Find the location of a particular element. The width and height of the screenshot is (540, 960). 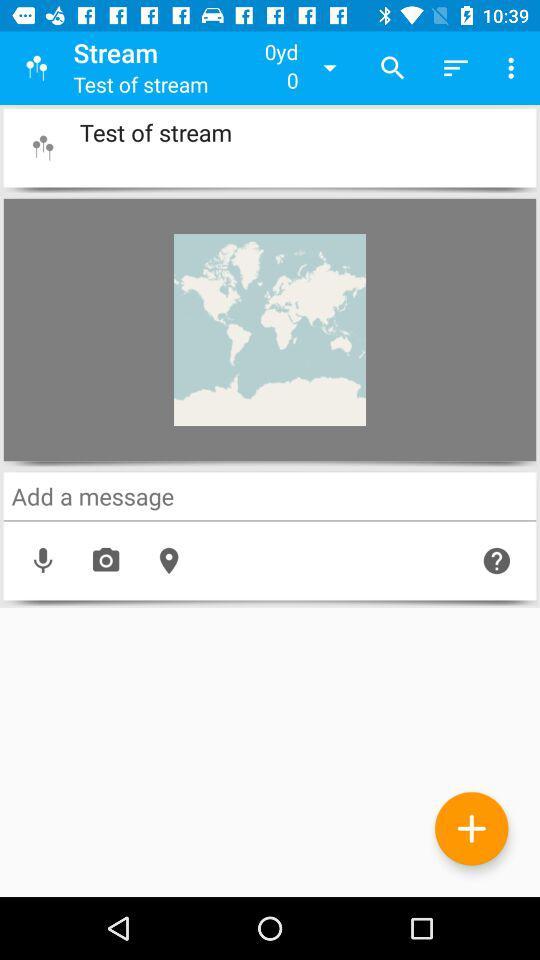

a message here is located at coordinates (270, 495).